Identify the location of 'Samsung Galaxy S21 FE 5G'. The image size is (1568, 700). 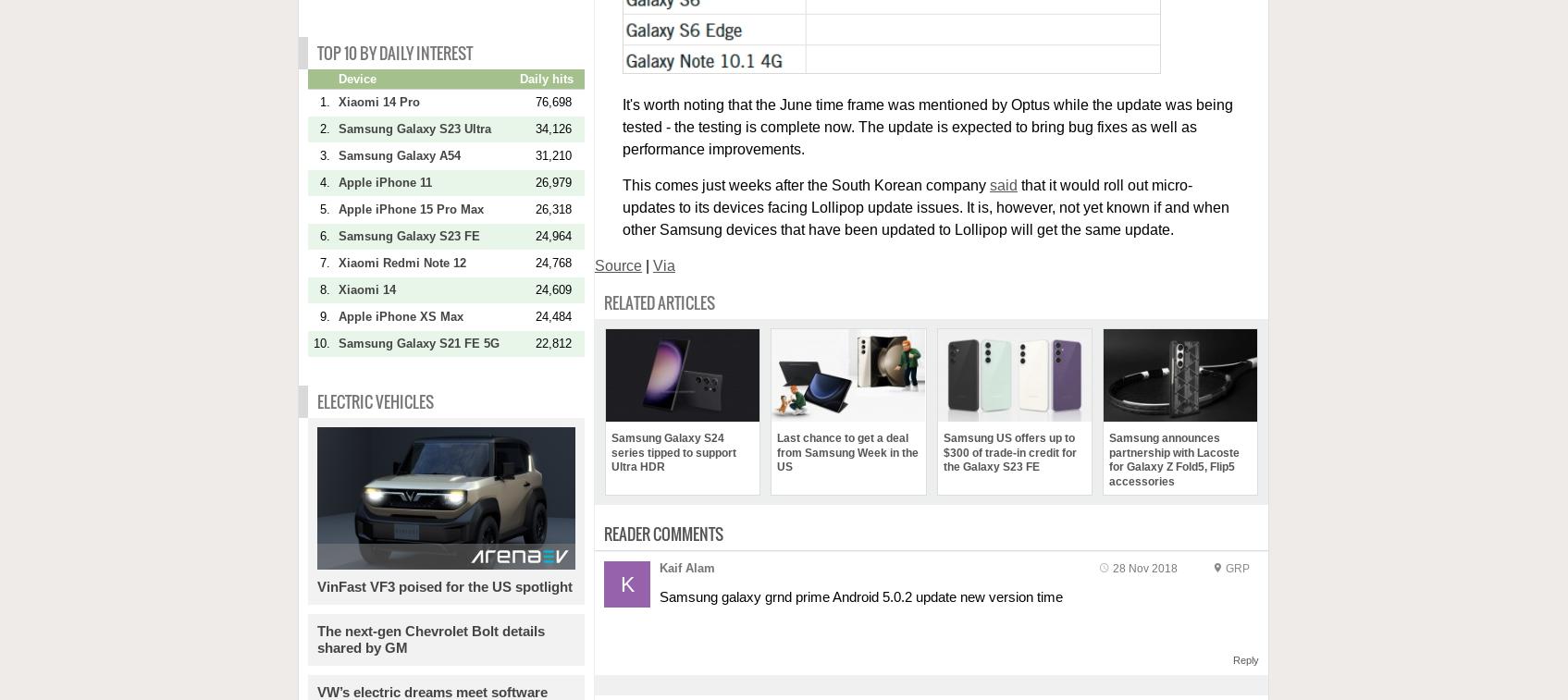
(418, 341).